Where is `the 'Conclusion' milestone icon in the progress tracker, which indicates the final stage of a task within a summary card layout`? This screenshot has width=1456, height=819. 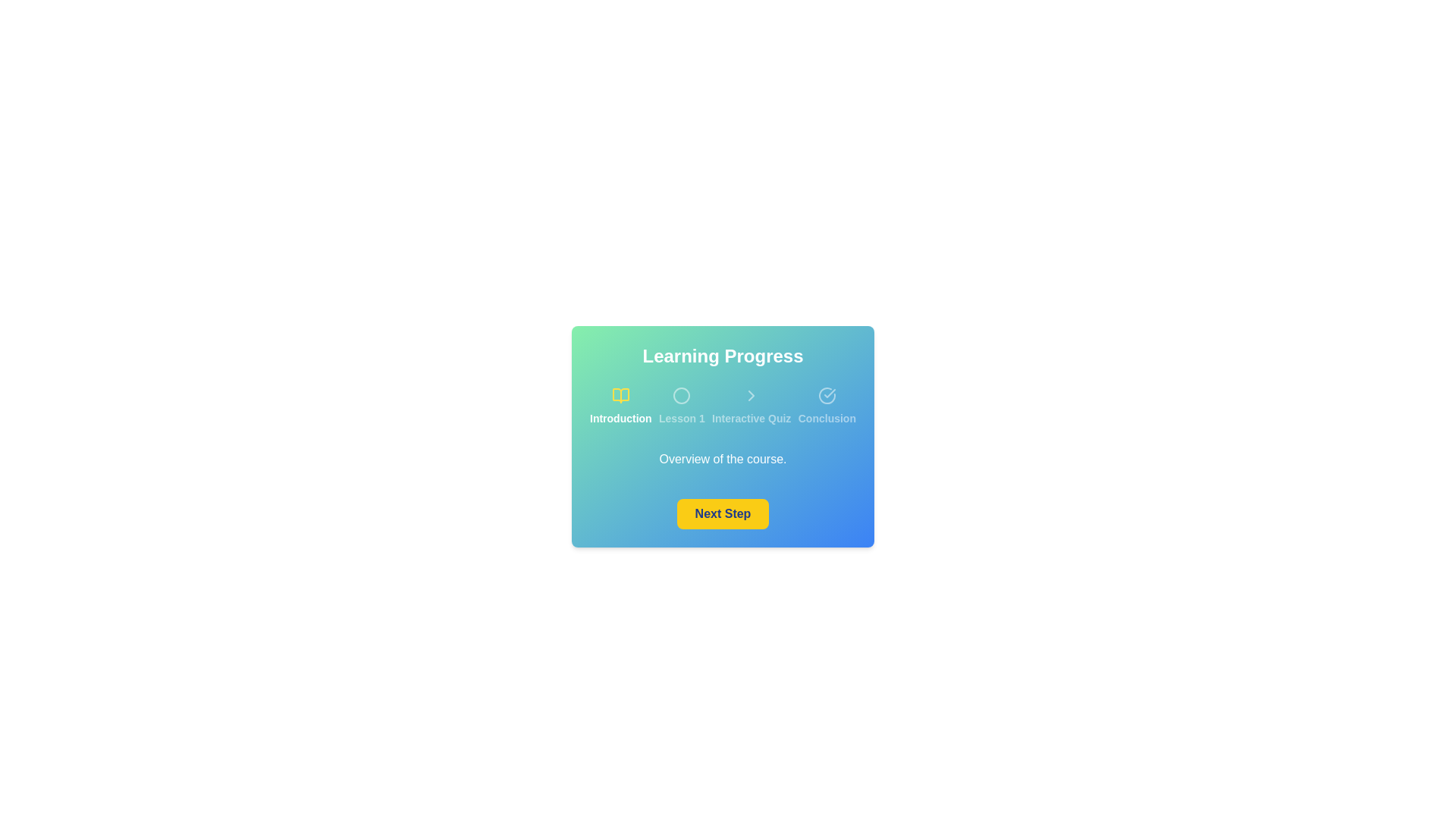 the 'Conclusion' milestone icon in the progress tracker, which indicates the final stage of a task within a summary card layout is located at coordinates (826, 394).